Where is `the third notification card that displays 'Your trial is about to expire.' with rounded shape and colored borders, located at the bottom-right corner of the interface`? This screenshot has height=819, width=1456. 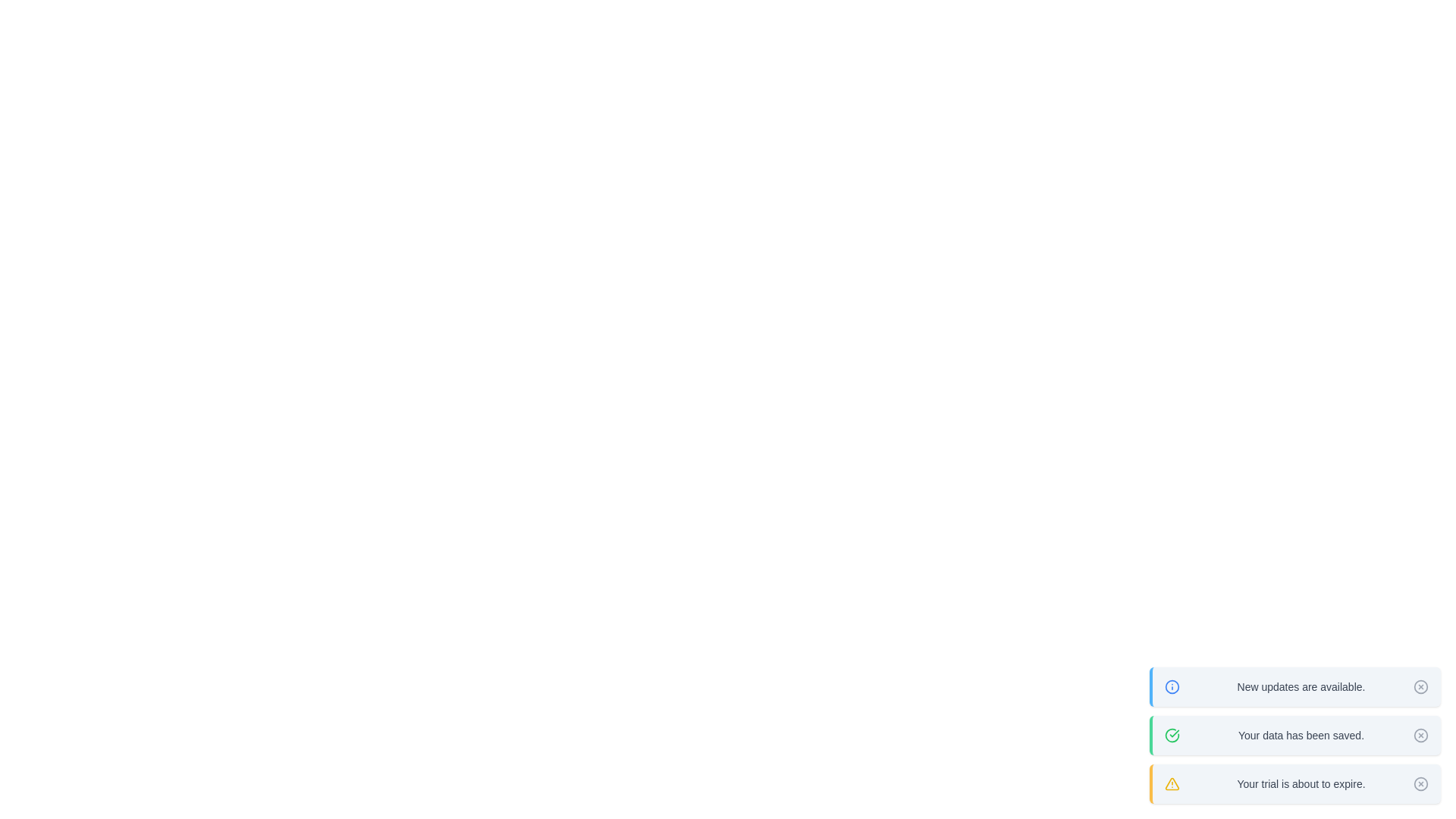
the third notification card that displays 'Your trial is about to expire.' with rounded shape and colored borders, located at the bottom-right corner of the interface is located at coordinates (1294, 783).